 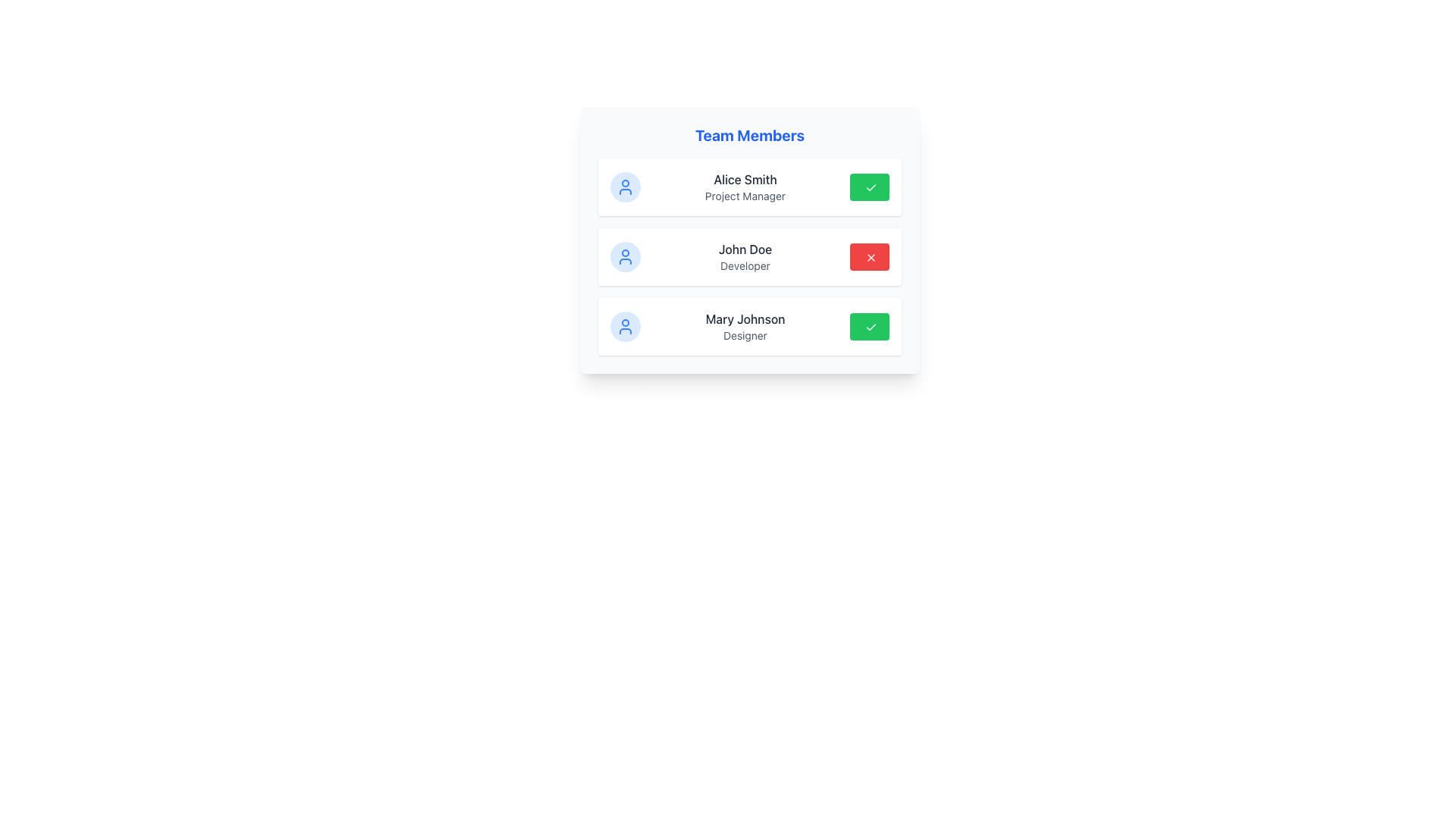 What do you see at coordinates (626, 256) in the screenshot?
I see `the user profile icon located in the second row of user data, next to 'John Doe' and 'Developer'` at bounding box center [626, 256].